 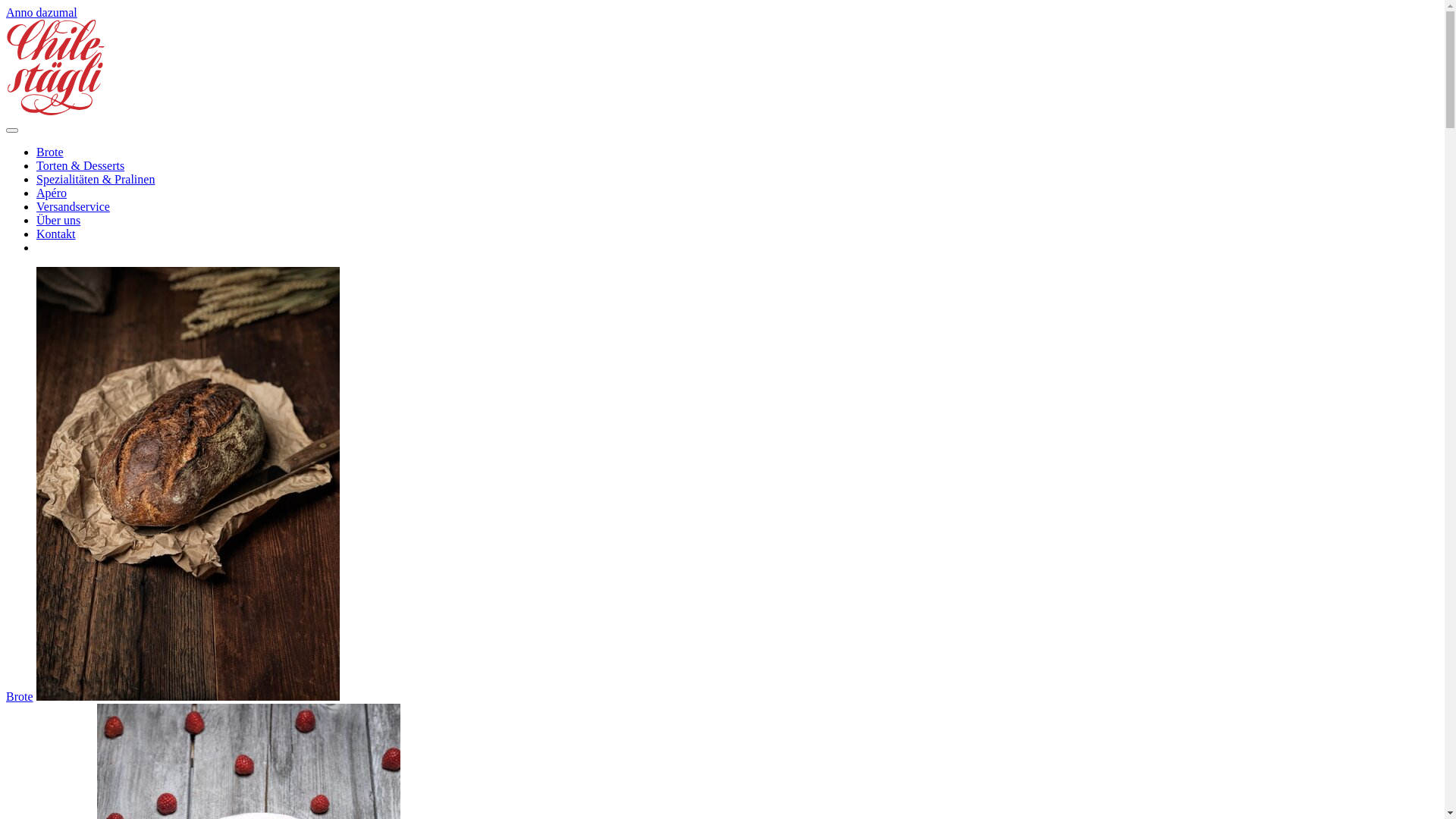 What do you see at coordinates (36, 234) in the screenshot?
I see `'Kontakt'` at bounding box center [36, 234].